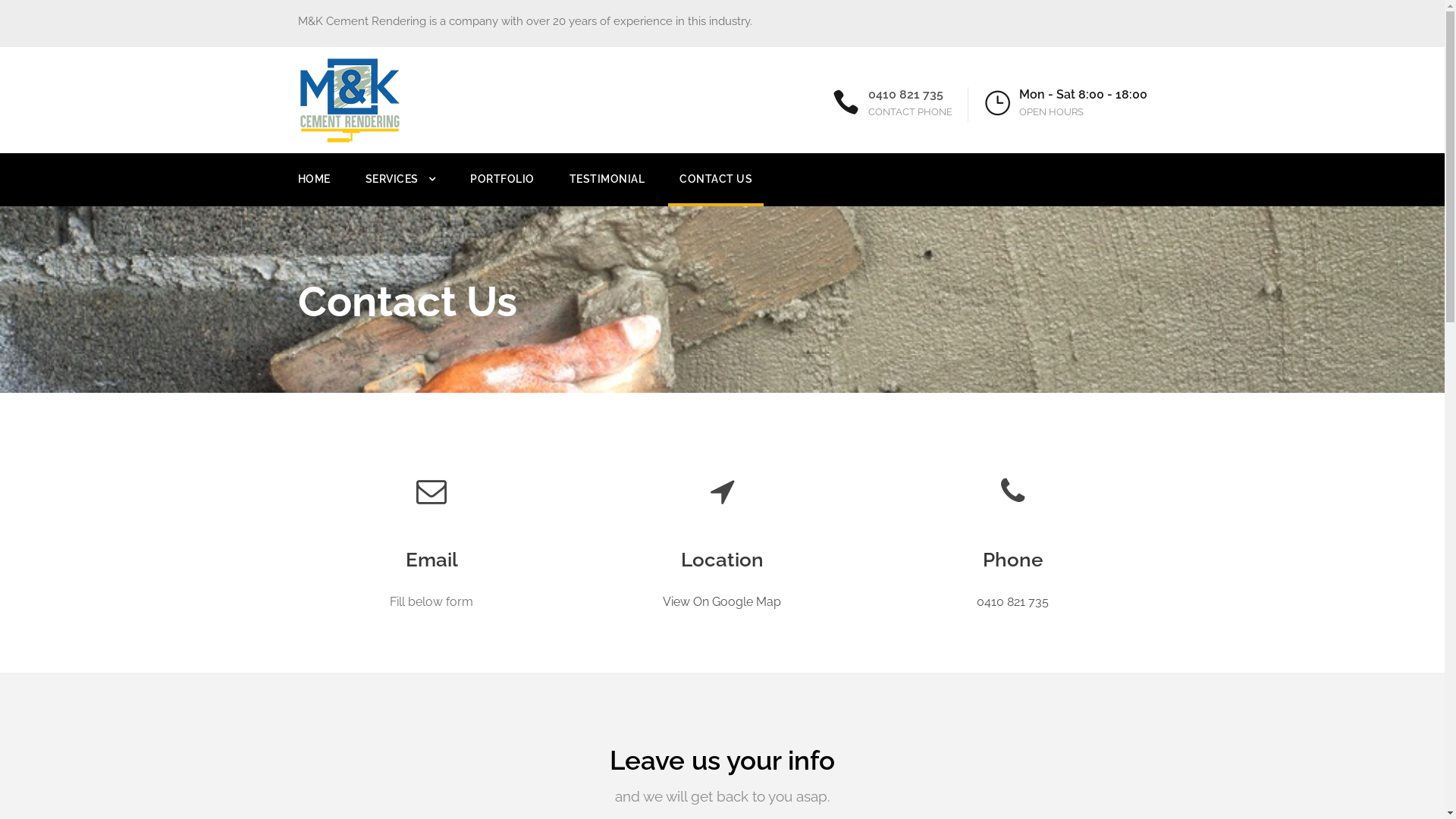 Image resolution: width=1456 pixels, height=819 pixels. I want to click on 'CONTACT US', so click(679, 187).